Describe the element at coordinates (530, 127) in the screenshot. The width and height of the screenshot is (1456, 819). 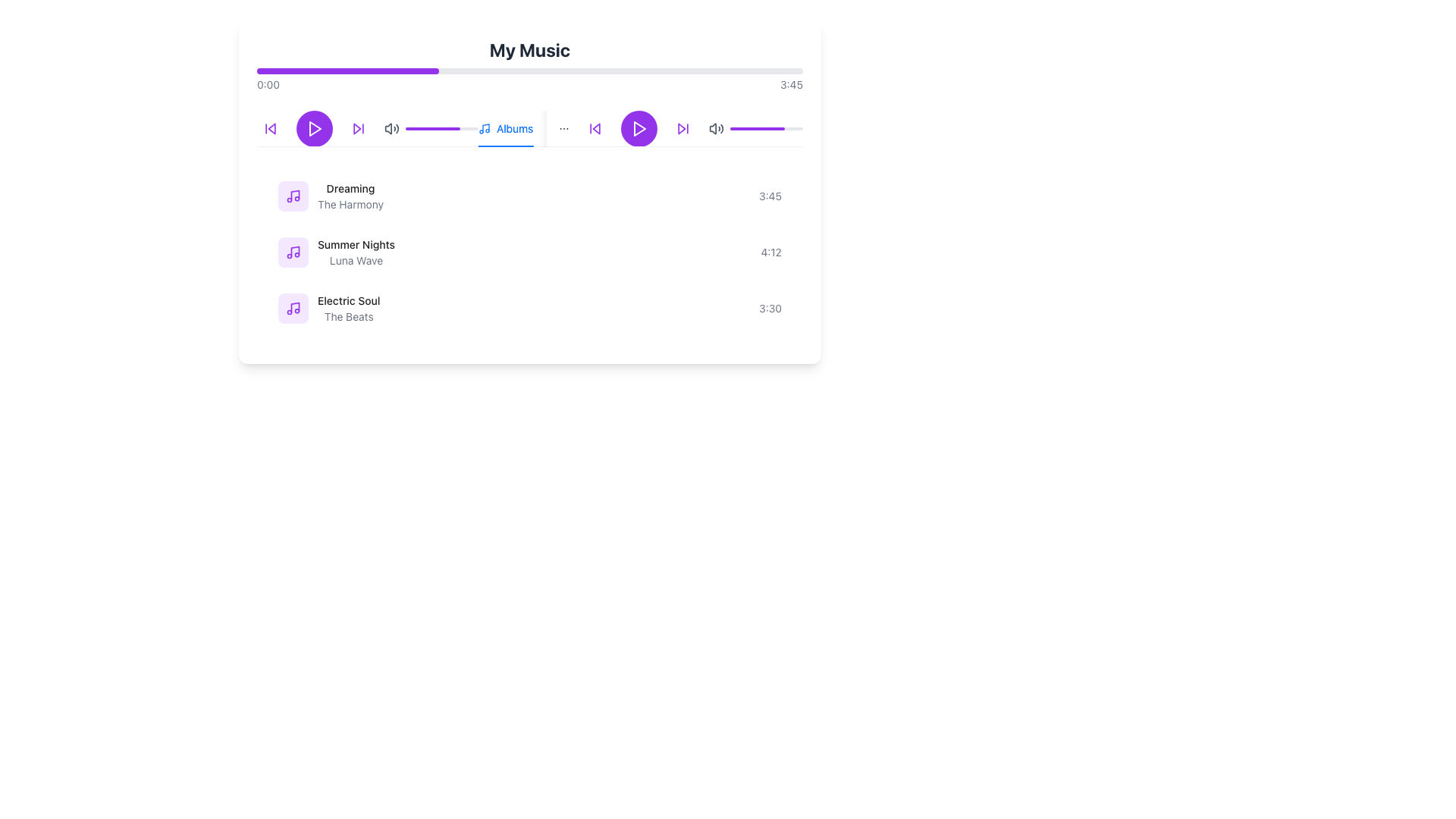
I see `the horizontal tab navigation located below the progress bar and above the playlist content` at that location.